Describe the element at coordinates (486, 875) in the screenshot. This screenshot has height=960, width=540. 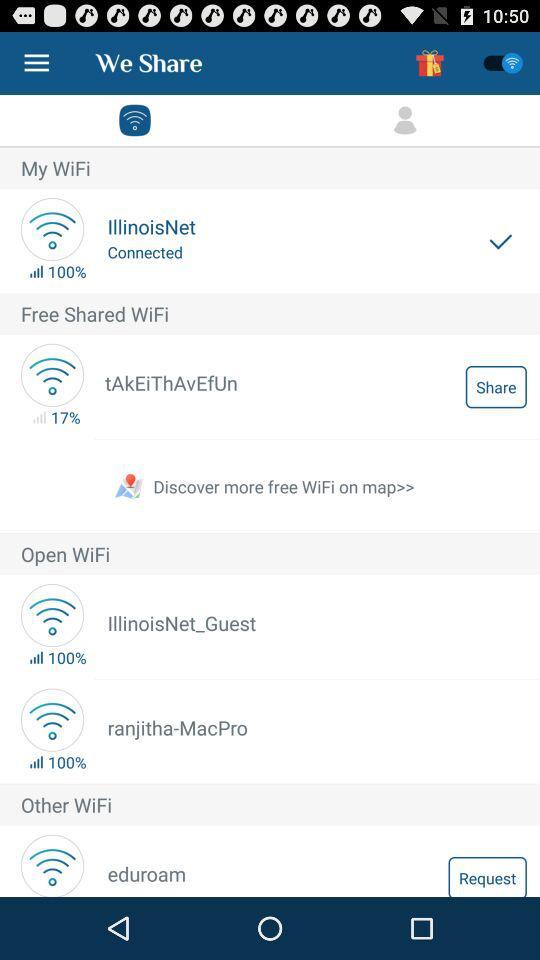
I see `icon to the right of the eduroam` at that location.